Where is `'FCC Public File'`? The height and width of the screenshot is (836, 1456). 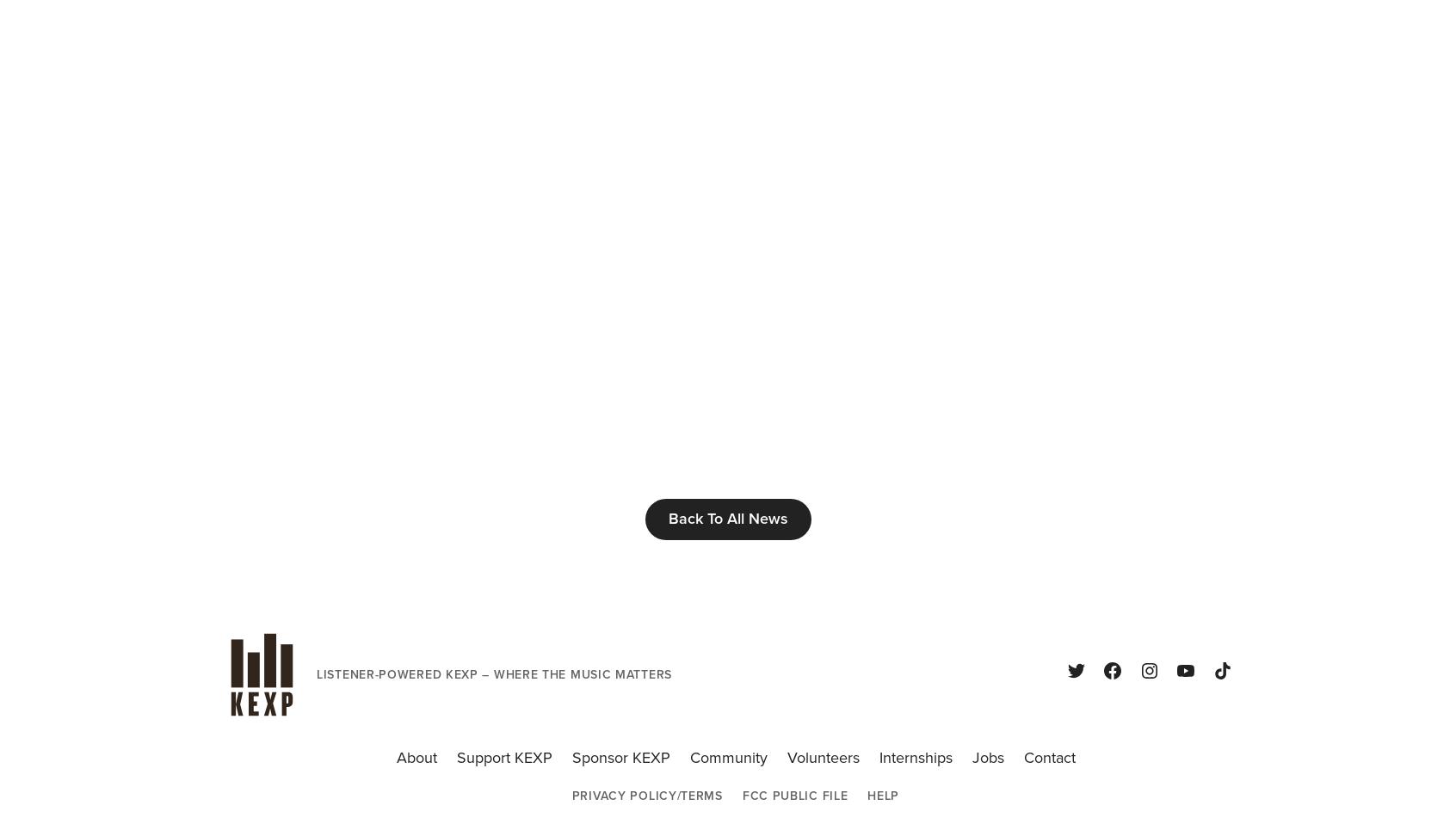
'FCC Public File' is located at coordinates (794, 795).